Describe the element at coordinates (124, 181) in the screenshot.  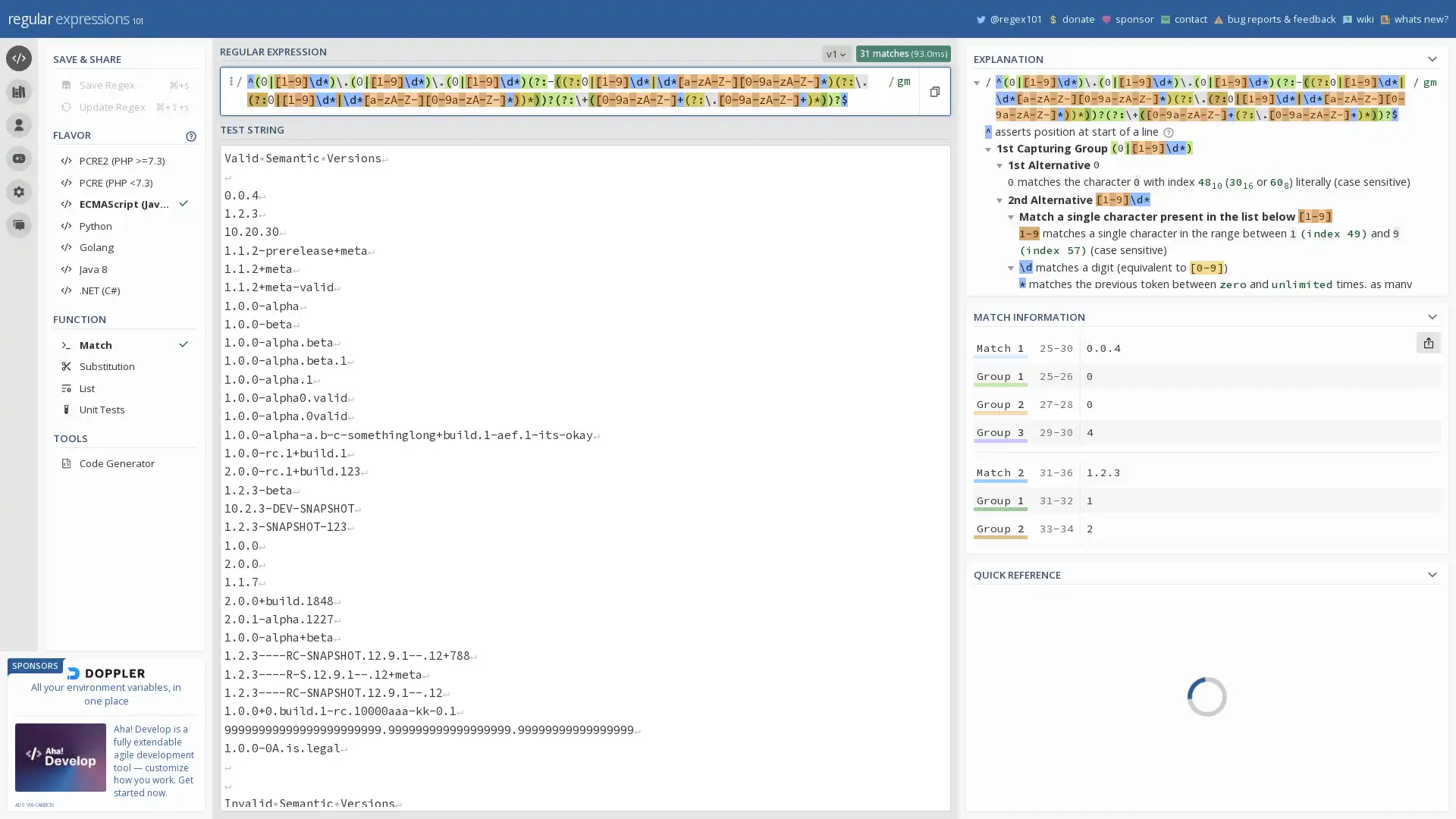
I see `PCRE (PHP <7.3)` at that location.